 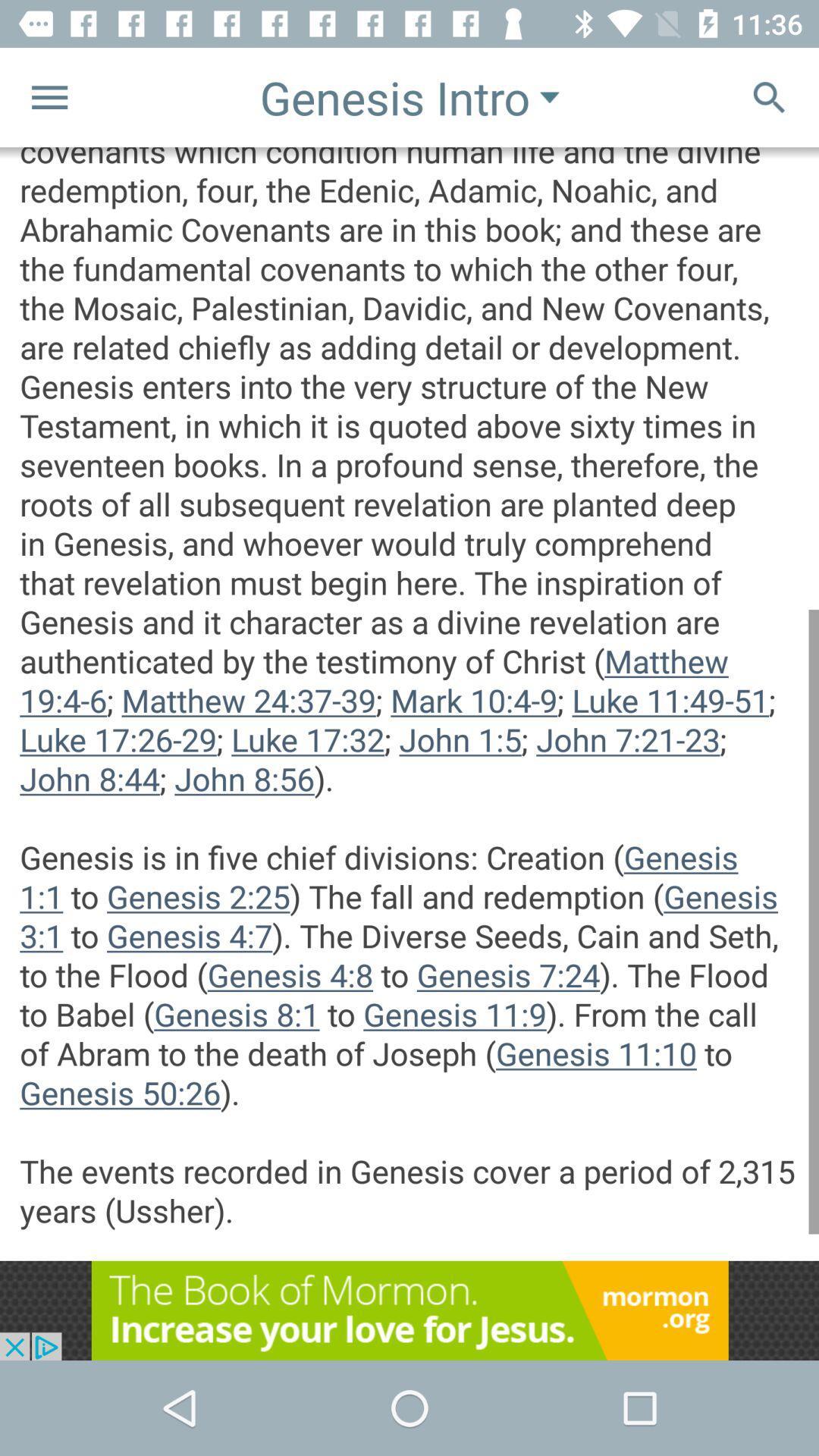 I want to click on menu, so click(x=49, y=96).